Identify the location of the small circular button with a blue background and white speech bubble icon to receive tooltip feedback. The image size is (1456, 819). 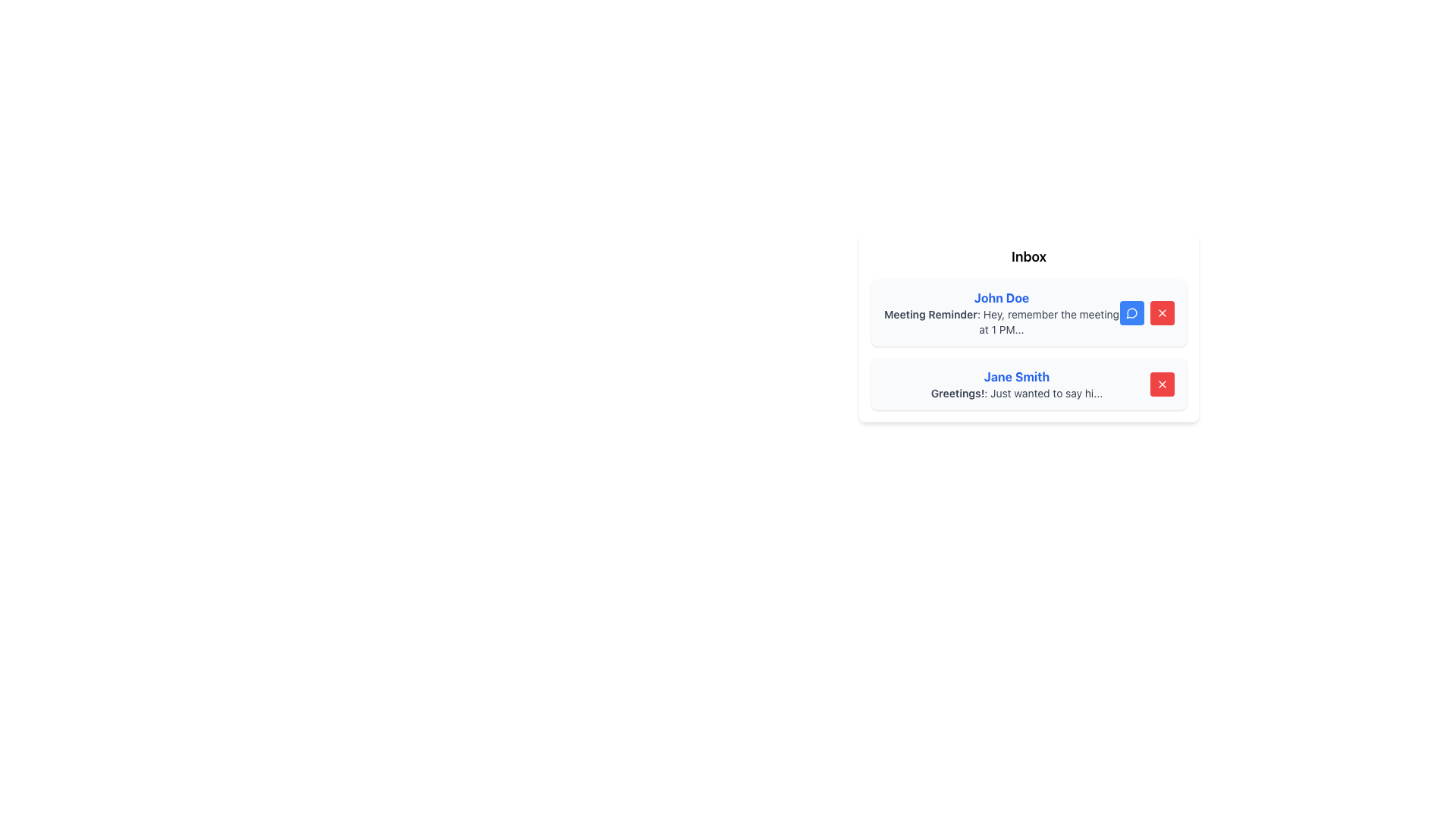
(1131, 312).